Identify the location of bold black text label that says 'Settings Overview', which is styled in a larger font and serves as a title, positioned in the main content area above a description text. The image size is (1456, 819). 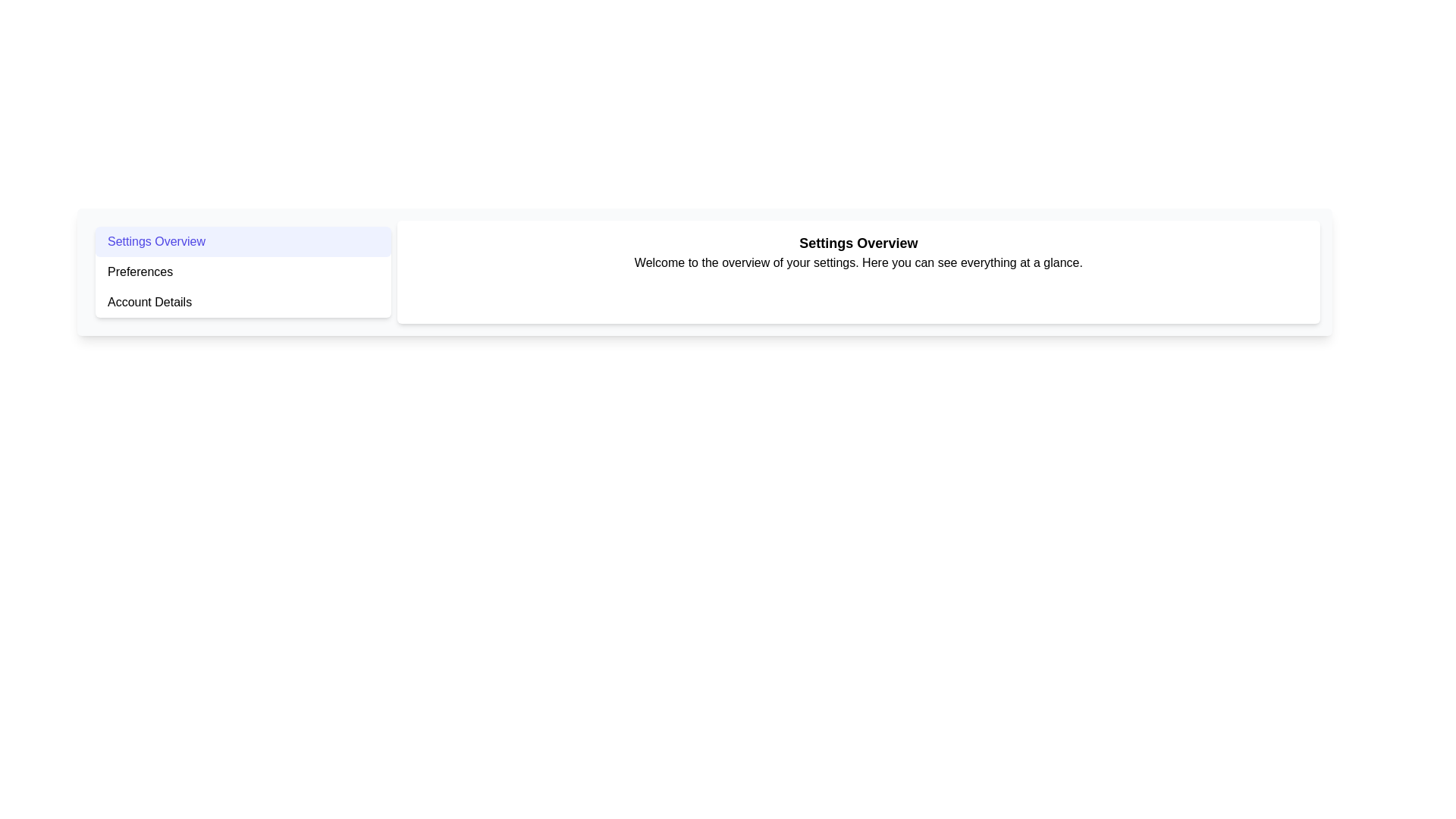
(858, 242).